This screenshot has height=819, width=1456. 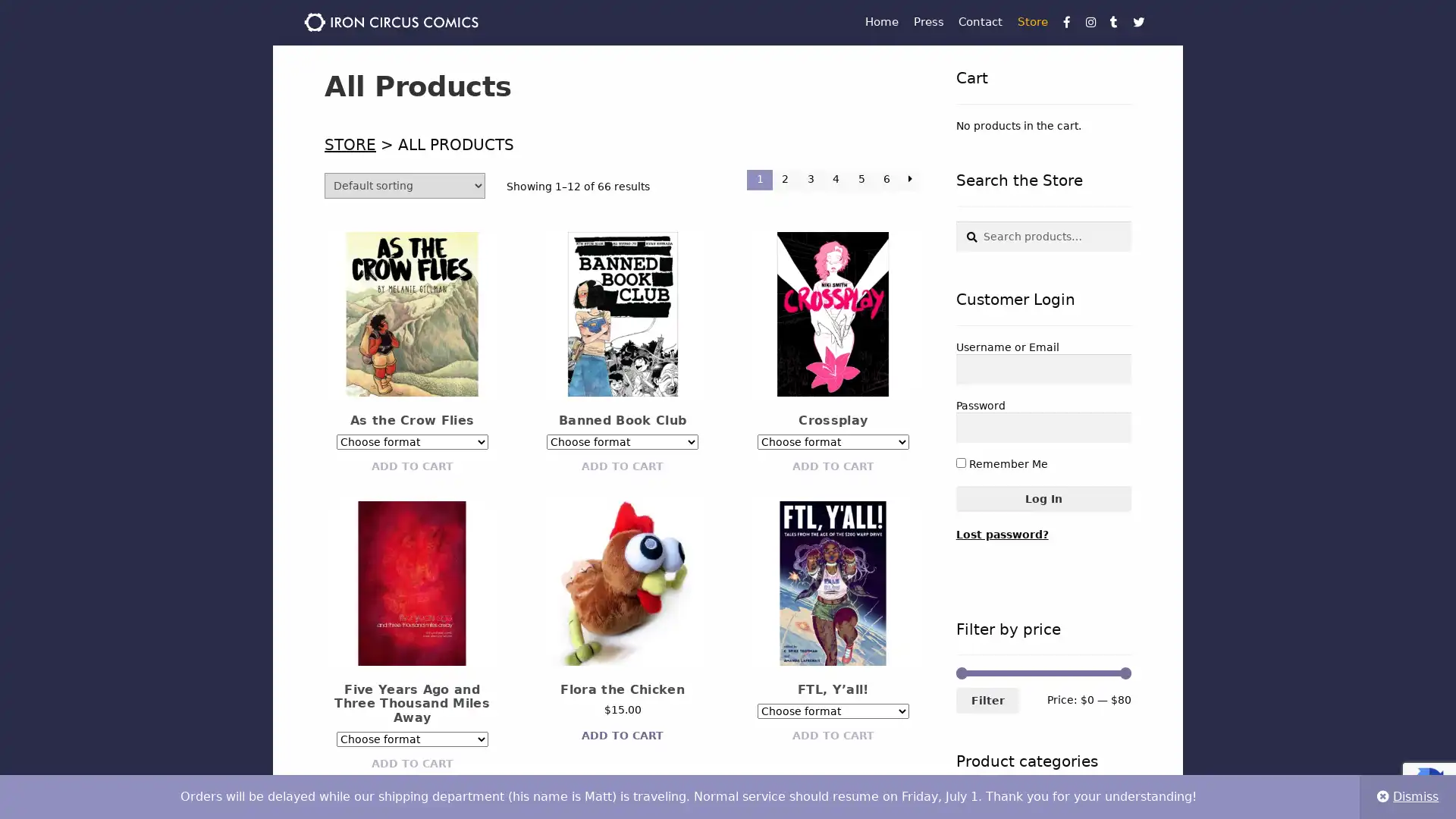 What do you see at coordinates (622, 465) in the screenshot?
I see `ADD TO CART` at bounding box center [622, 465].